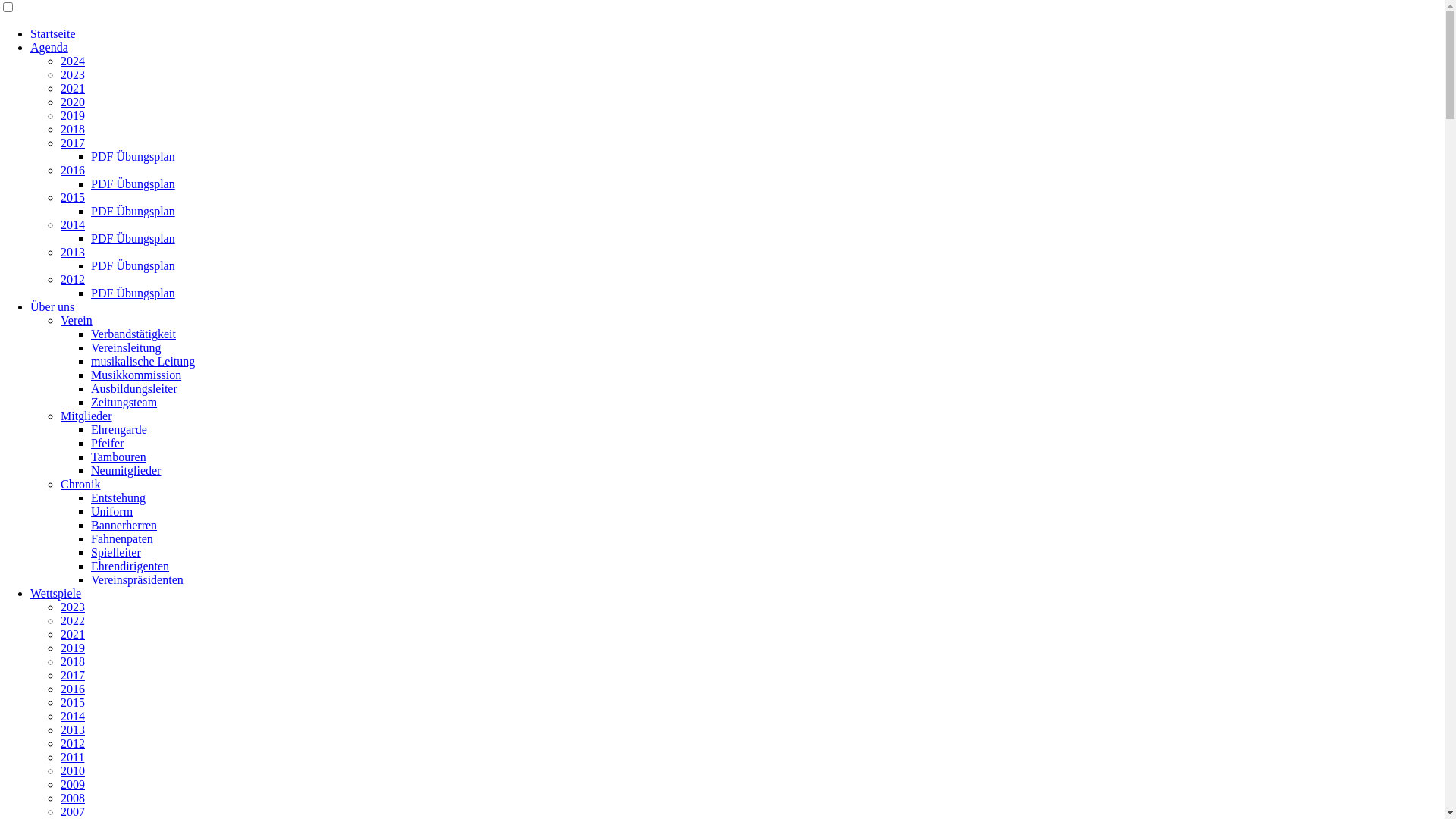  What do you see at coordinates (118, 456) in the screenshot?
I see `'Tambouren'` at bounding box center [118, 456].